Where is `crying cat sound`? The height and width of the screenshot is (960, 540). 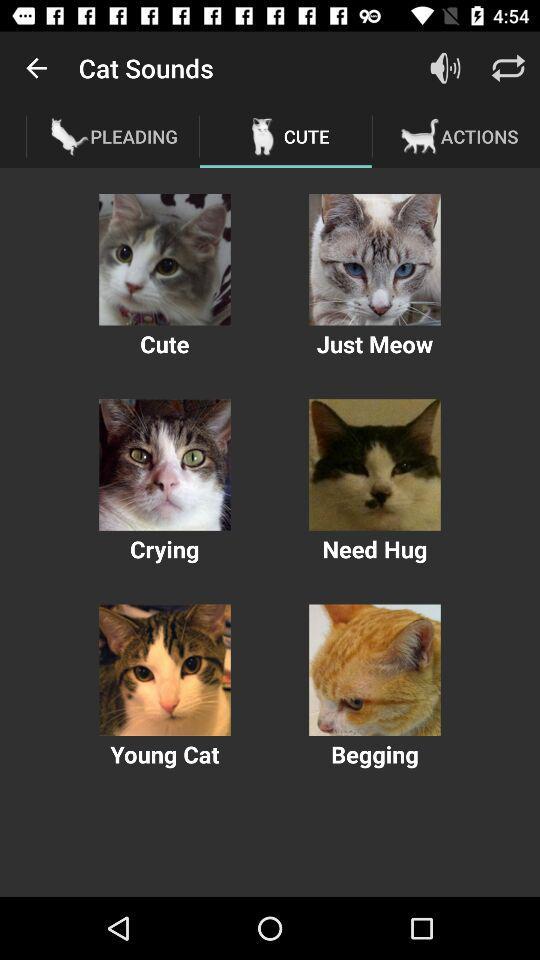 crying cat sound is located at coordinates (164, 465).